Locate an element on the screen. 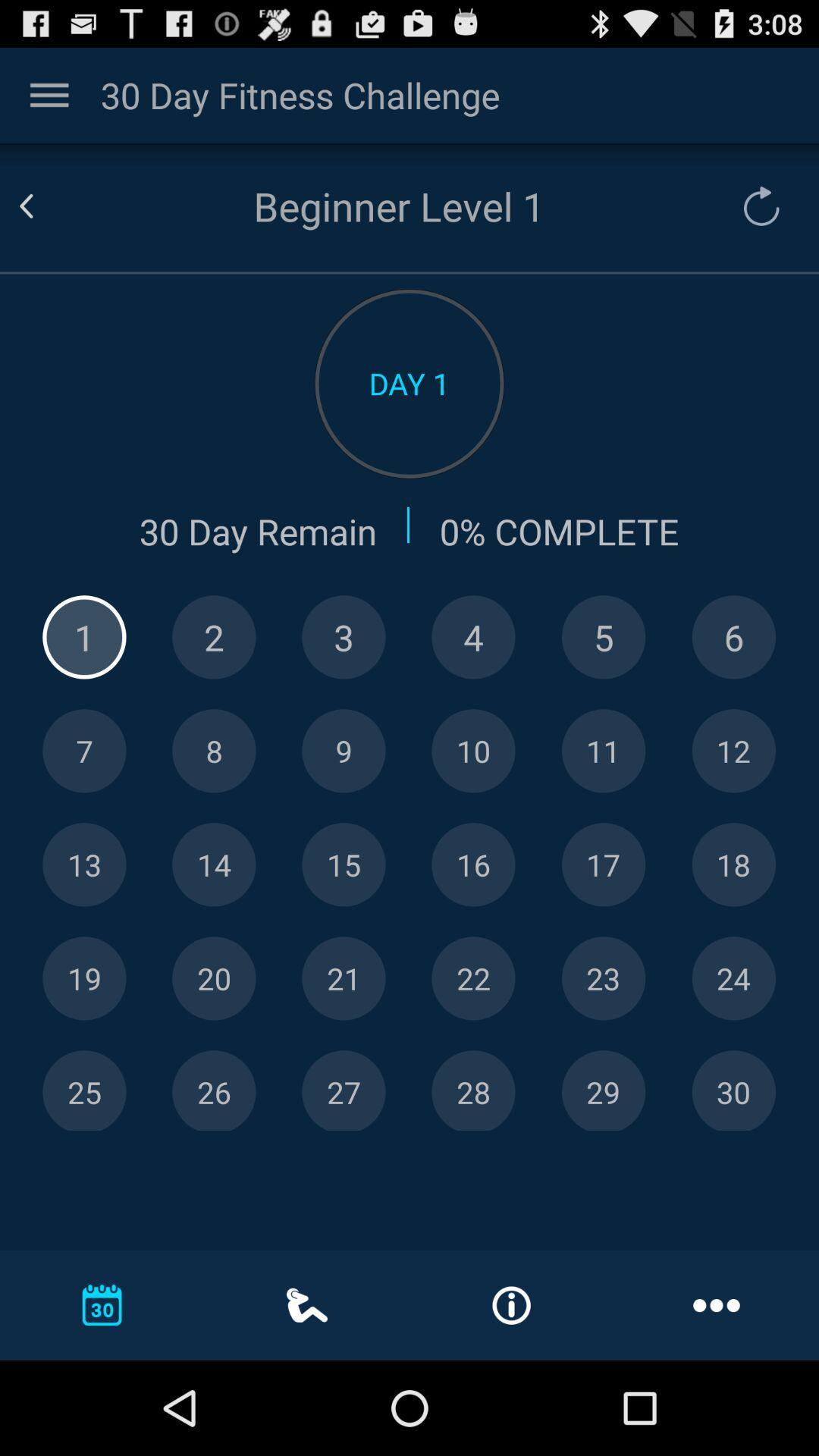 Image resolution: width=819 pixels, height=1456 pixels. the refresh icon is located at coordinates (754, 220).